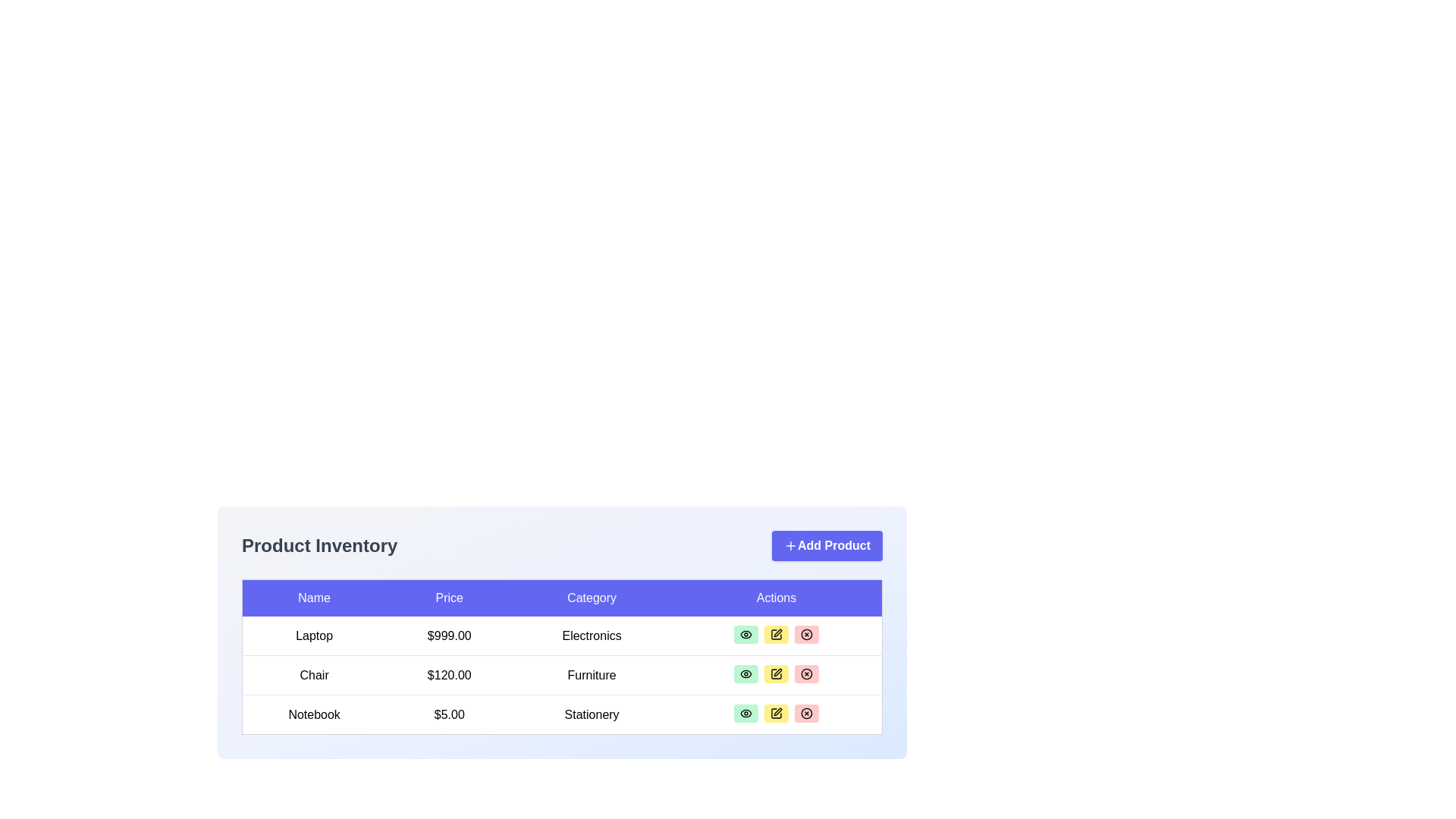 The image size is (1456, 819). Describe the element at coordinates (776, 635) in the screenshot. I see `the 'Edit' icon button located in the 'Actions' column for the 'Electronics' product category to initiate editing the product details` at that location.